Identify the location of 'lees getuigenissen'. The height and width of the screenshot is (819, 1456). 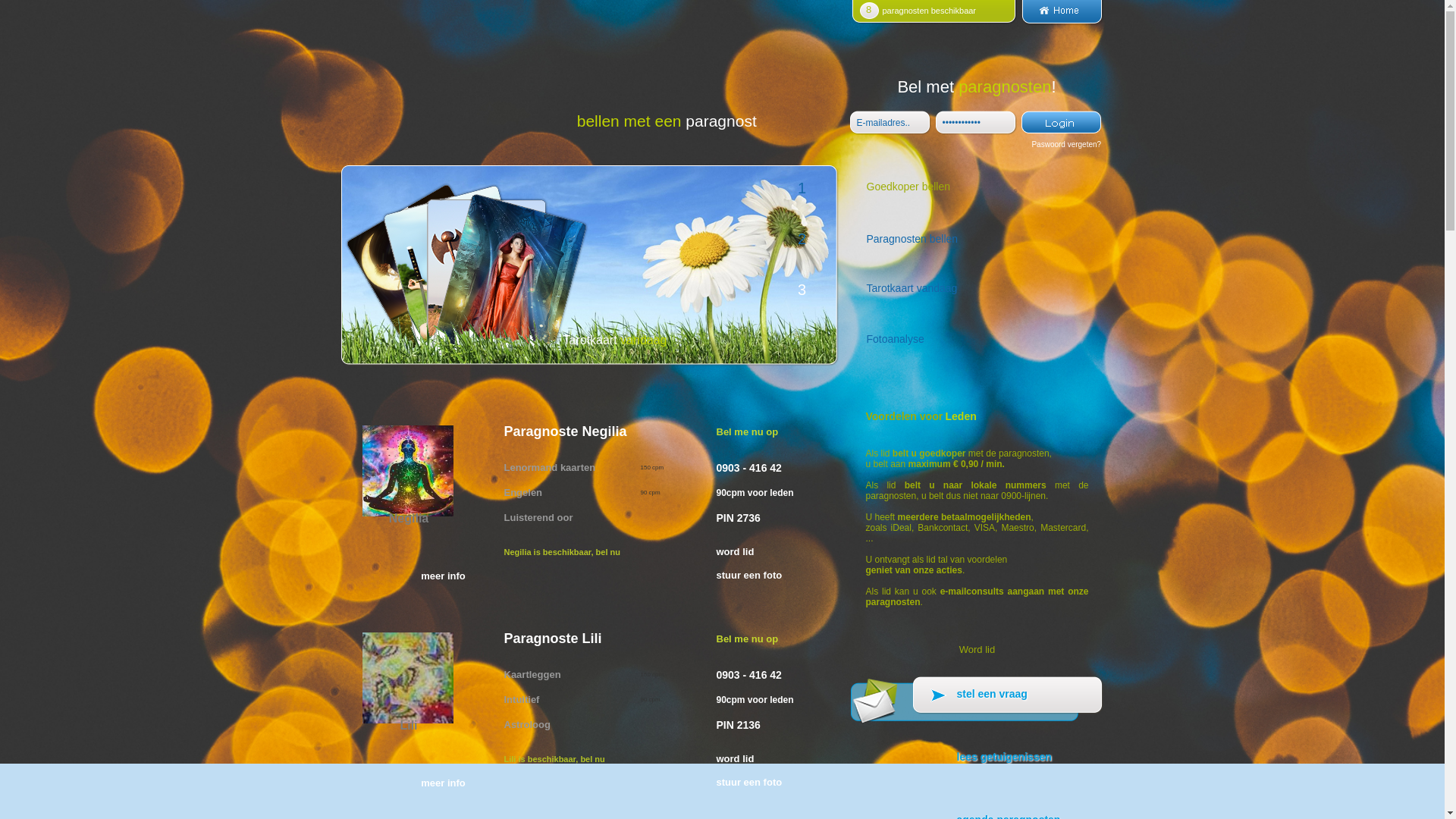
(977, 764).